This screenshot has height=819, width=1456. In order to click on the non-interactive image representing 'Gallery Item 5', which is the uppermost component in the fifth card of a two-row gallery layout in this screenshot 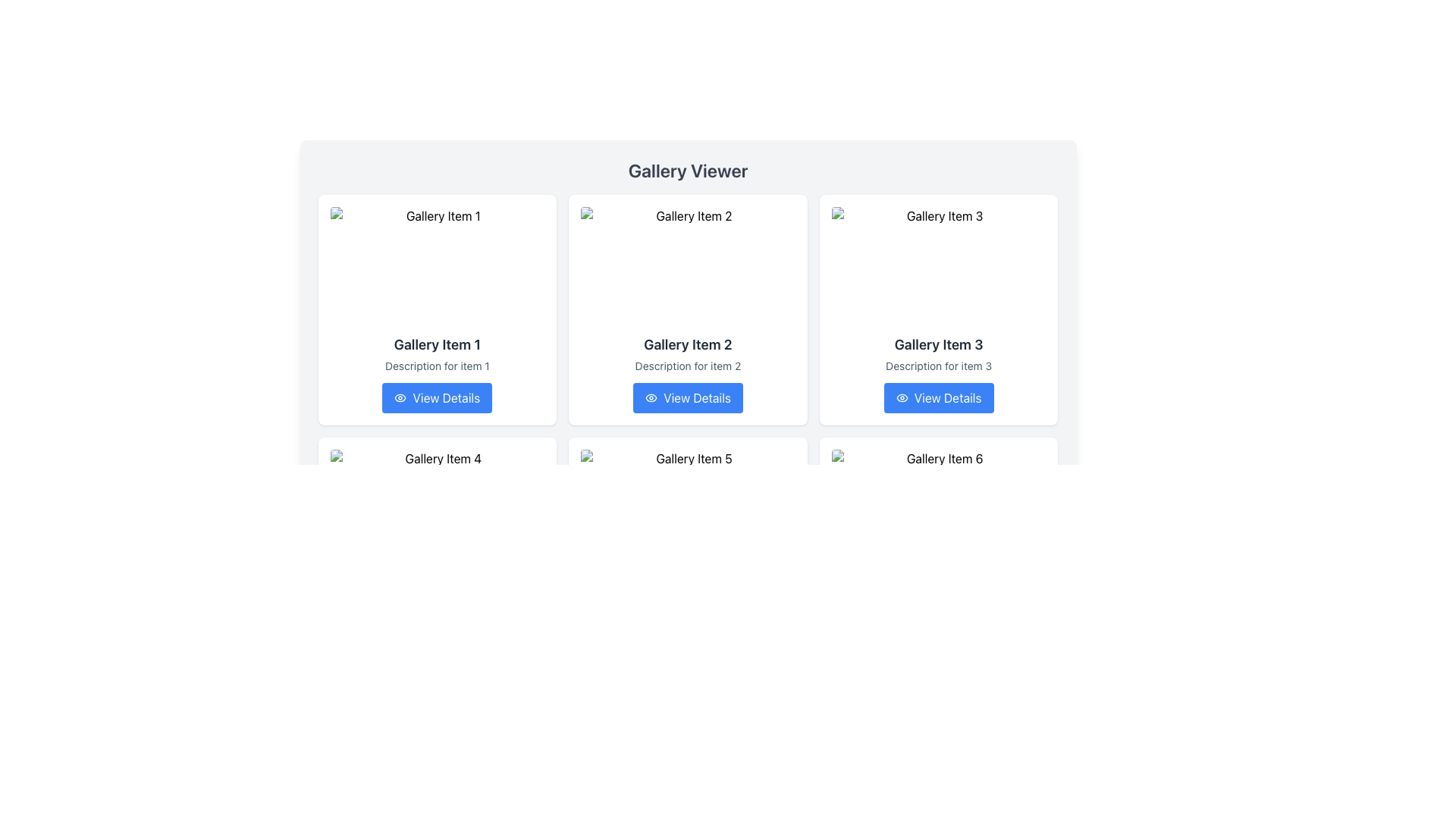, I will do `click(687, 510)`.